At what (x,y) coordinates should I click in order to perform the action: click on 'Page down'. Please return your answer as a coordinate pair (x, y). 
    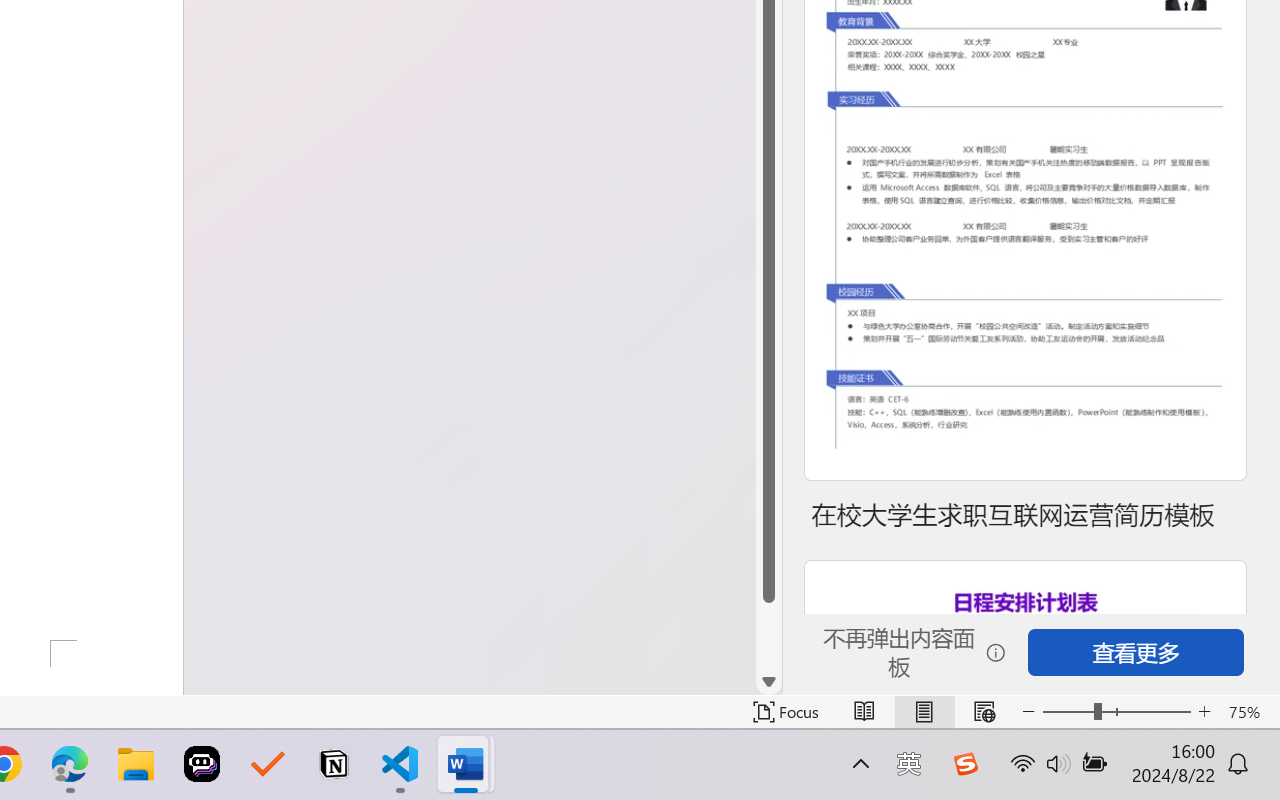
    Looking at the image, I should click on (768, 635).